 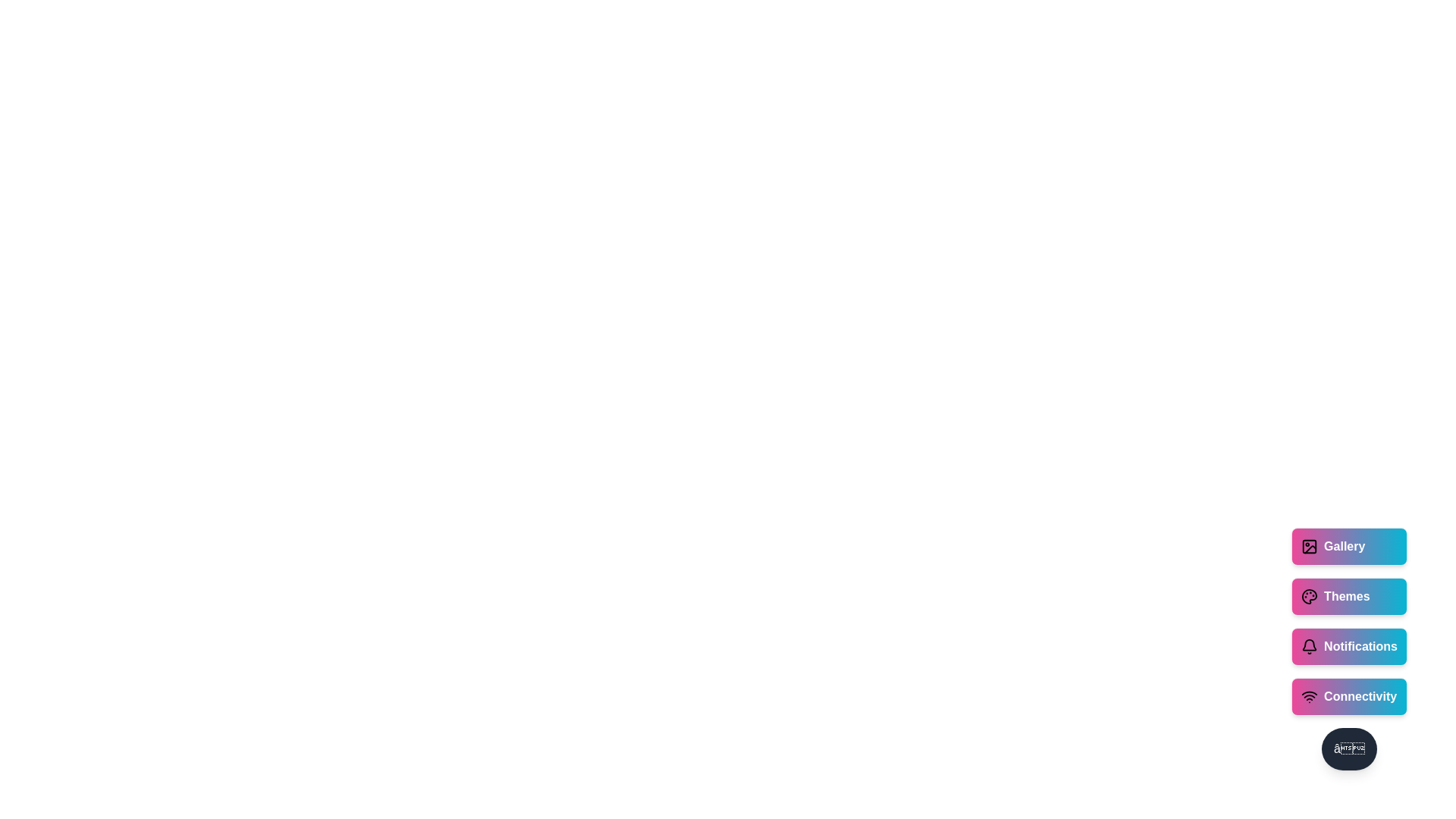 What do you see at coordinates (1309, 646) in the screenshot?
I see `the notifications icon located in the rightmost column of the interface, positioned at the third spot from the top in the vertical menu` at bounding box center [1309, 646].